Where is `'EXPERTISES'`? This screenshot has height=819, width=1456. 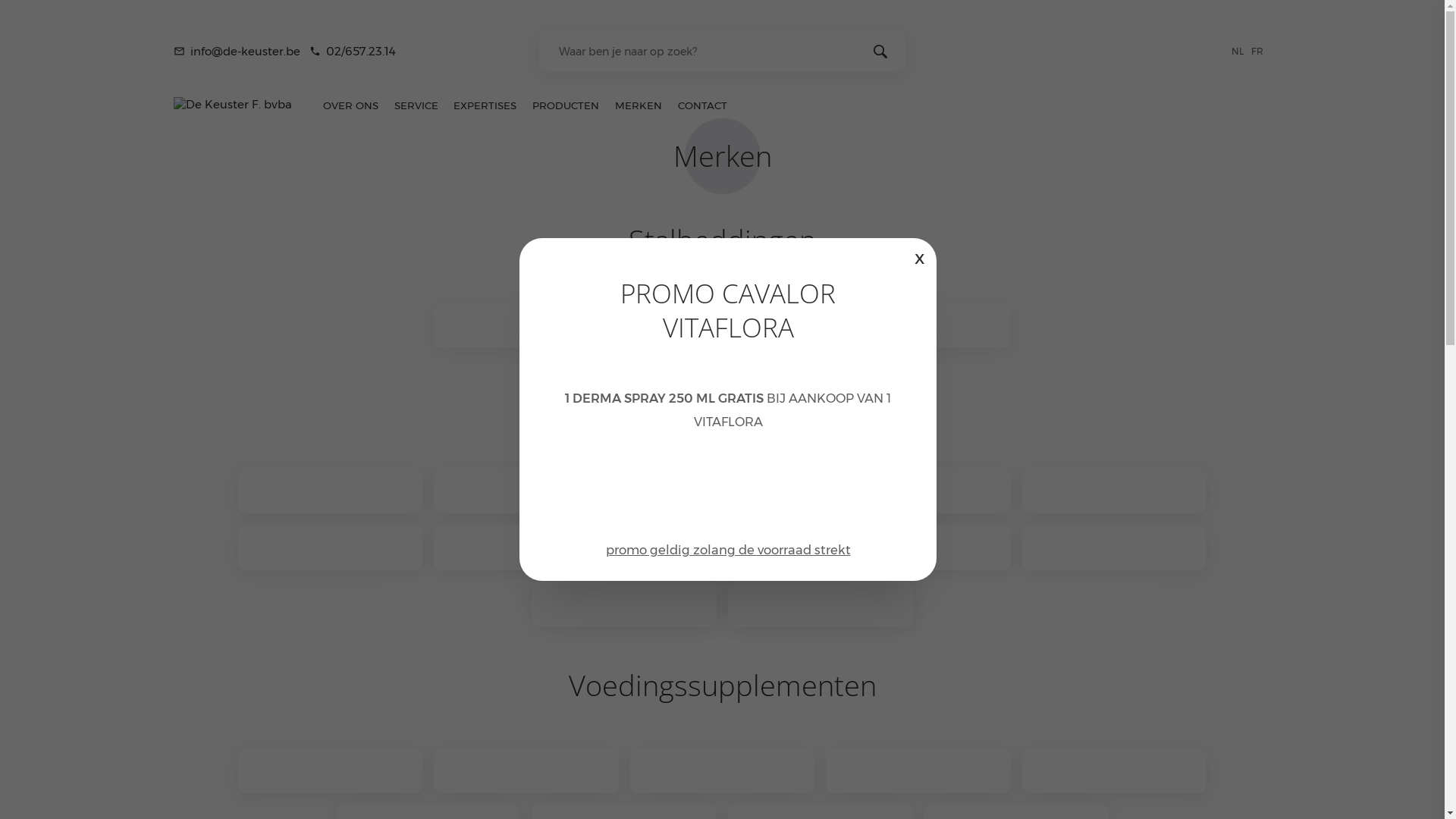 'EXPERTISES' is located at coordinates (484, 104).